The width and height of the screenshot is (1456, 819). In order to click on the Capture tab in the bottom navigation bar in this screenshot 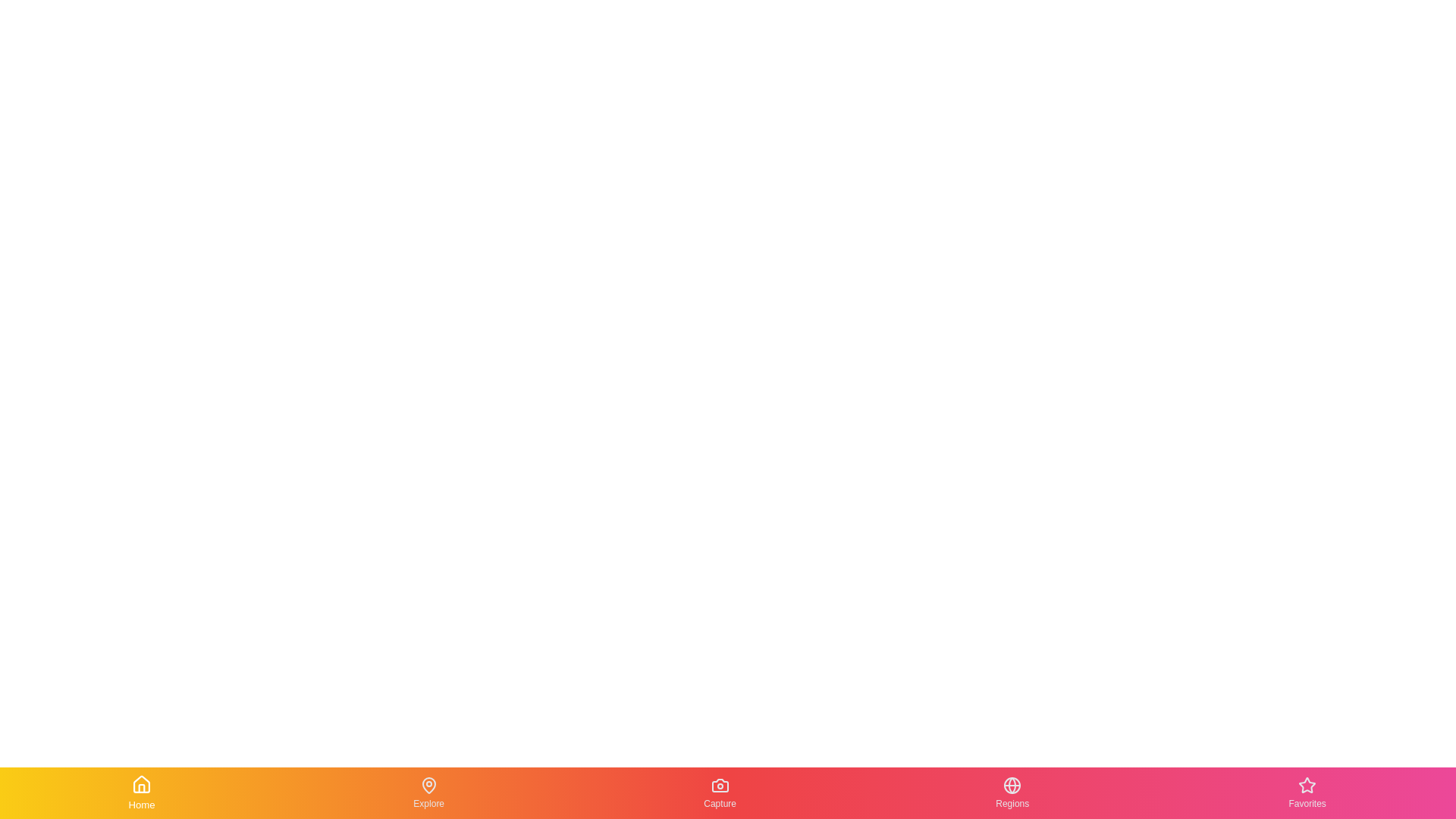, I will do `click(720, 792)`.